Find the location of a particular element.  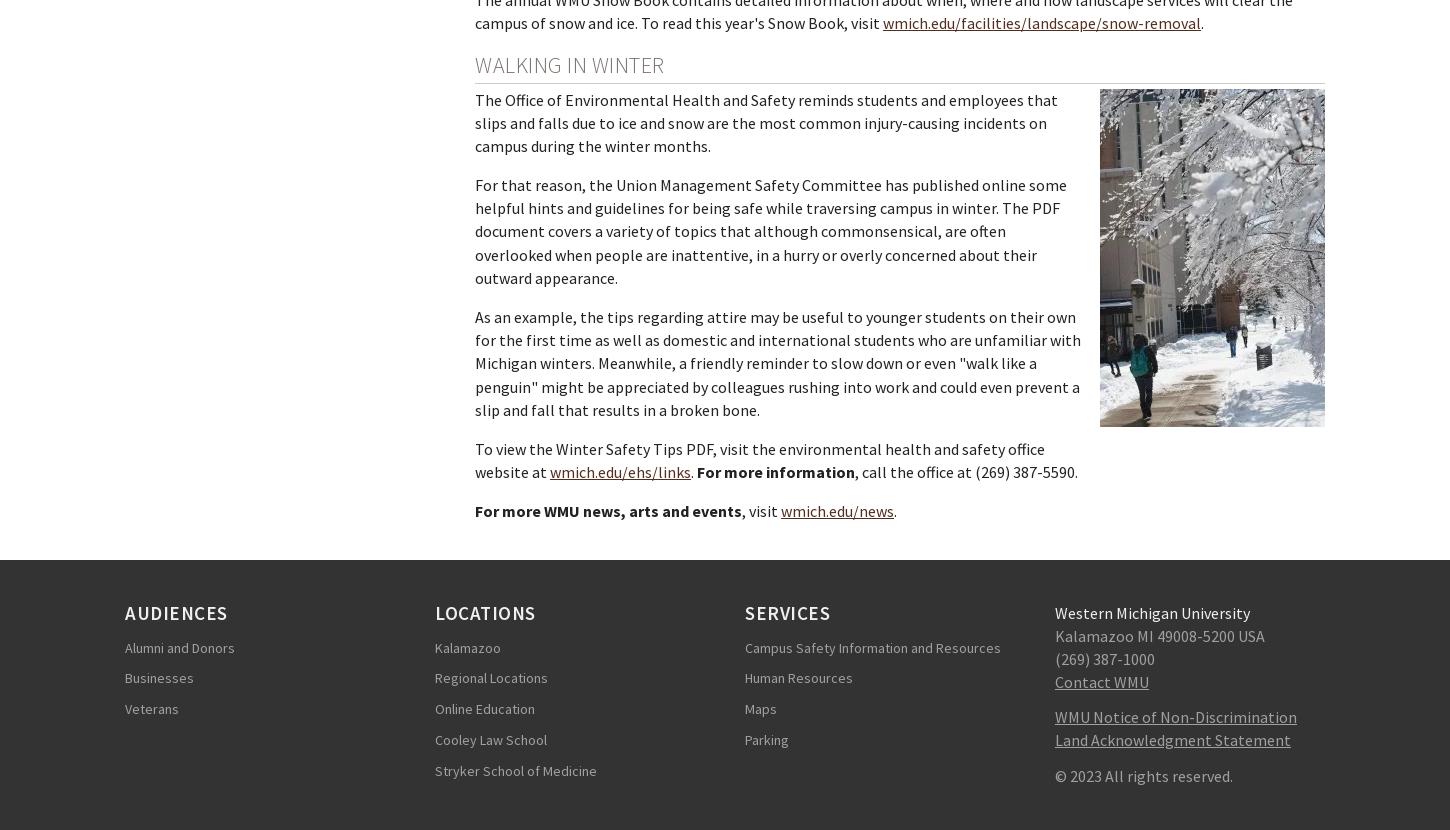

'© 2023 All rights reserved.' is located at coordinates (1143, 774).